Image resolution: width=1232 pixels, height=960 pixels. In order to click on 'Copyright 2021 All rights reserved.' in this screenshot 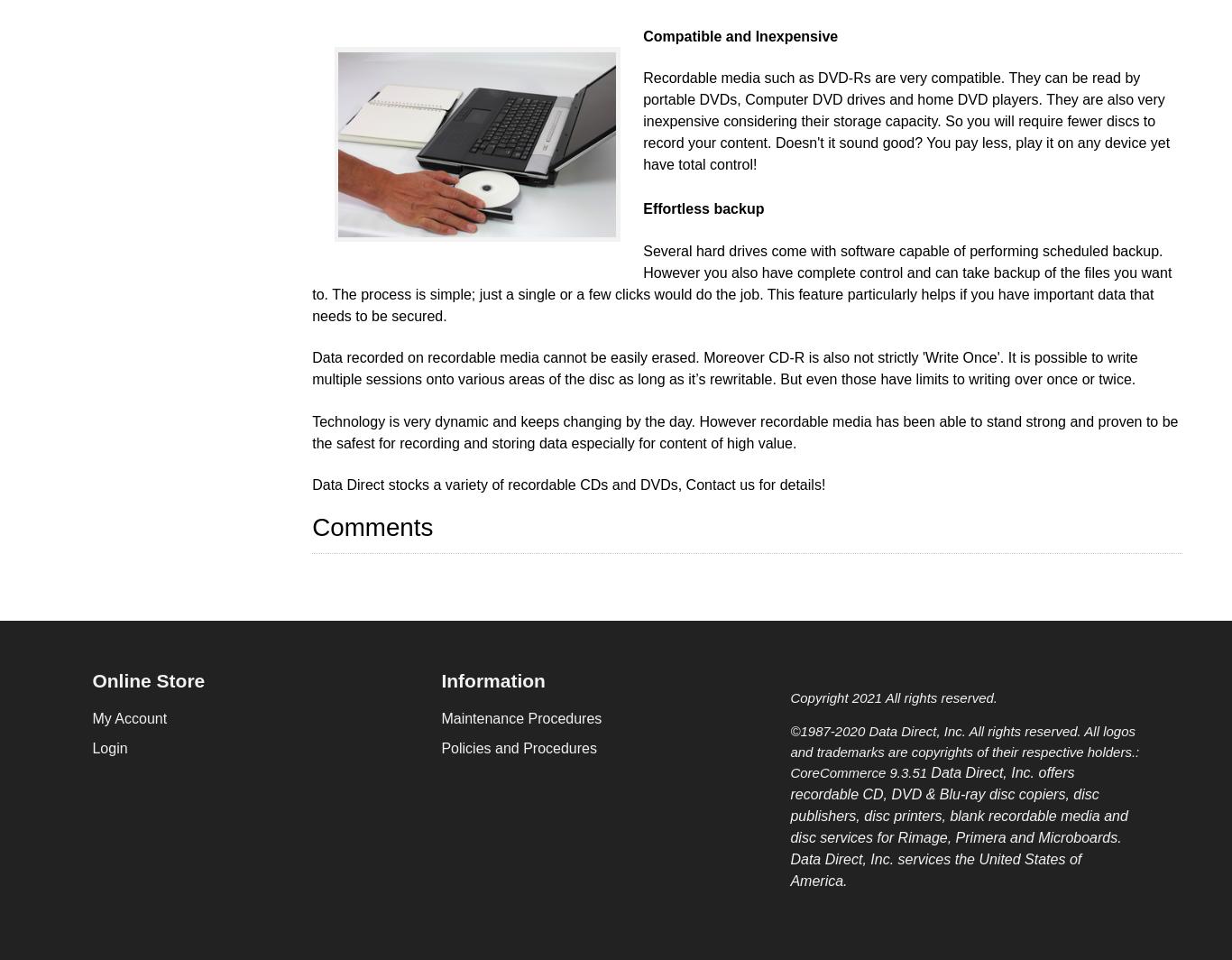, I will do `click(894, 697)`.